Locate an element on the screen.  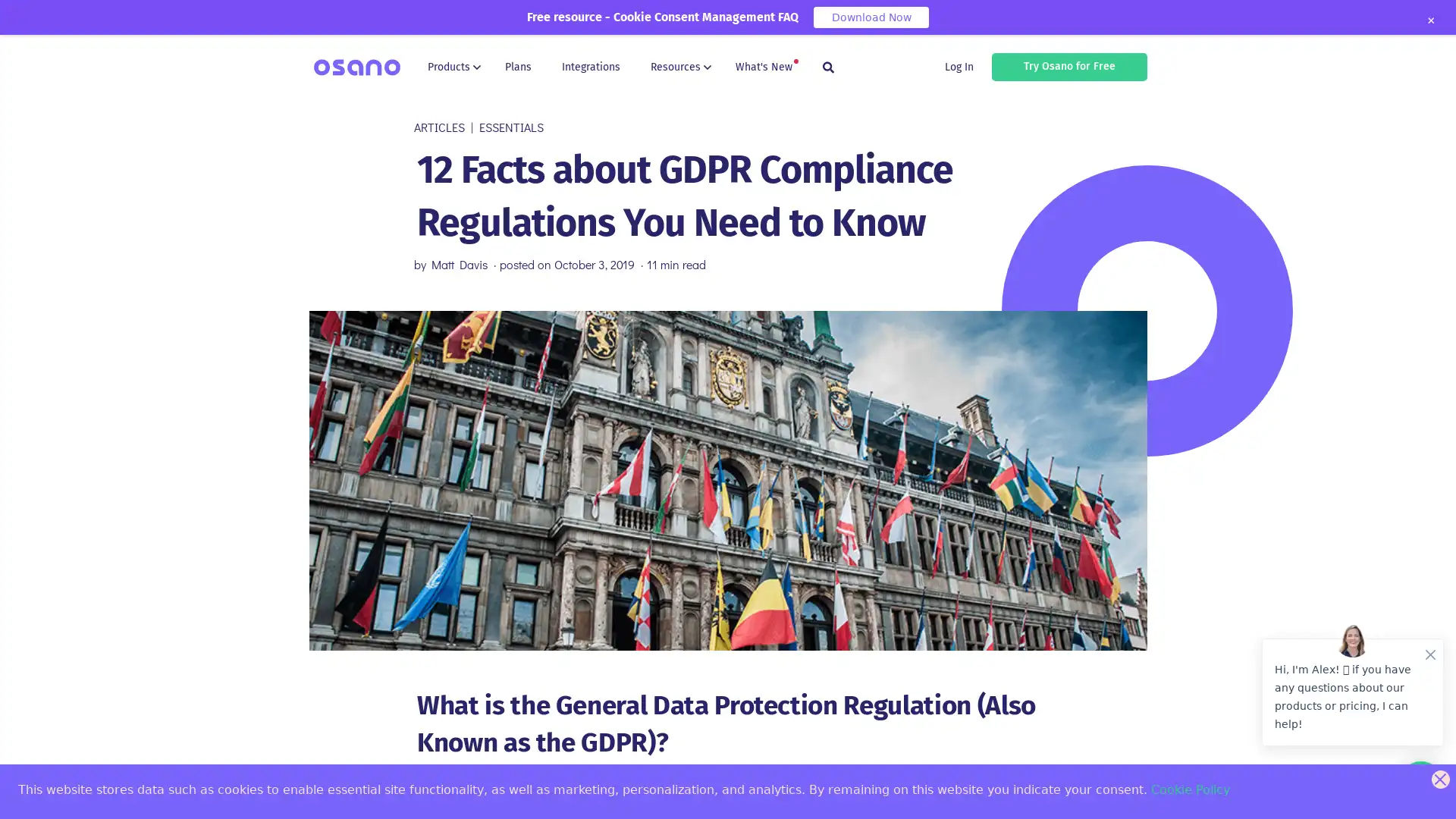
Cookie Preferences is located at coordinates (24, 794).